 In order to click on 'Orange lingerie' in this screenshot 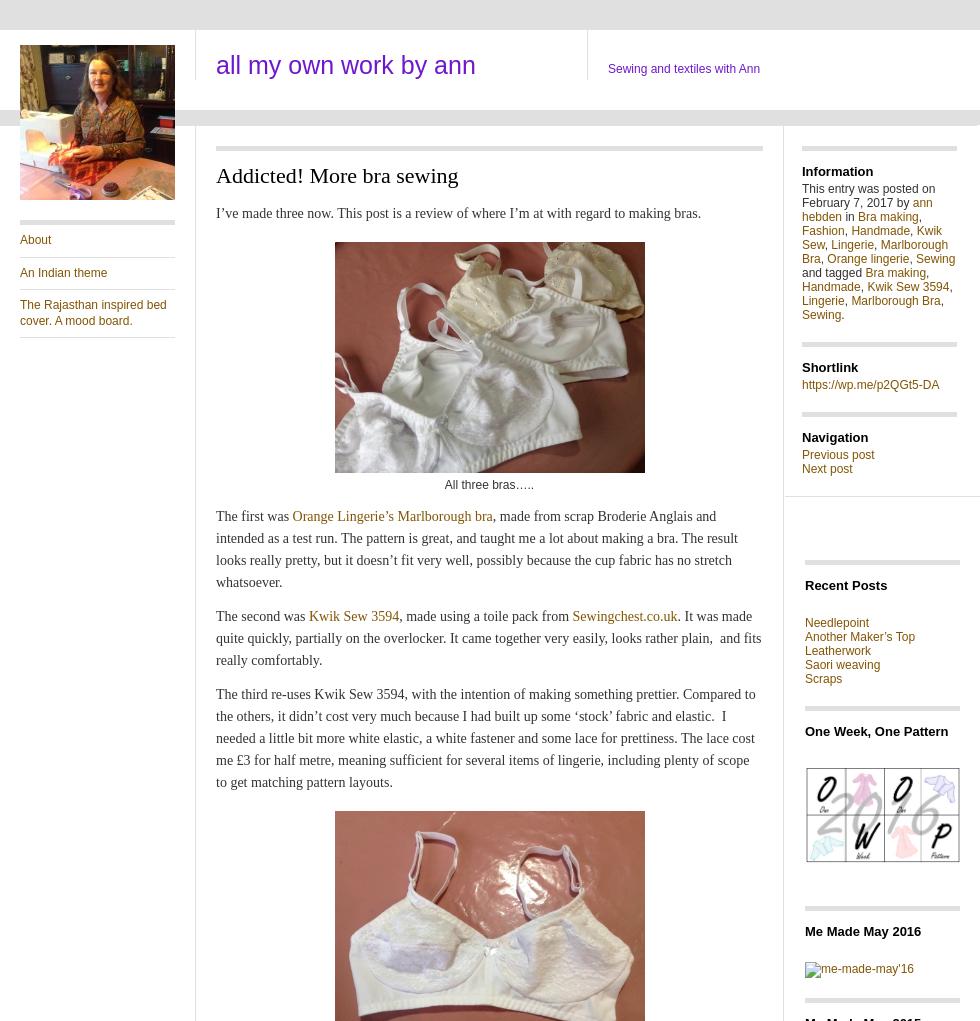, I will do `click(827, 258)`.